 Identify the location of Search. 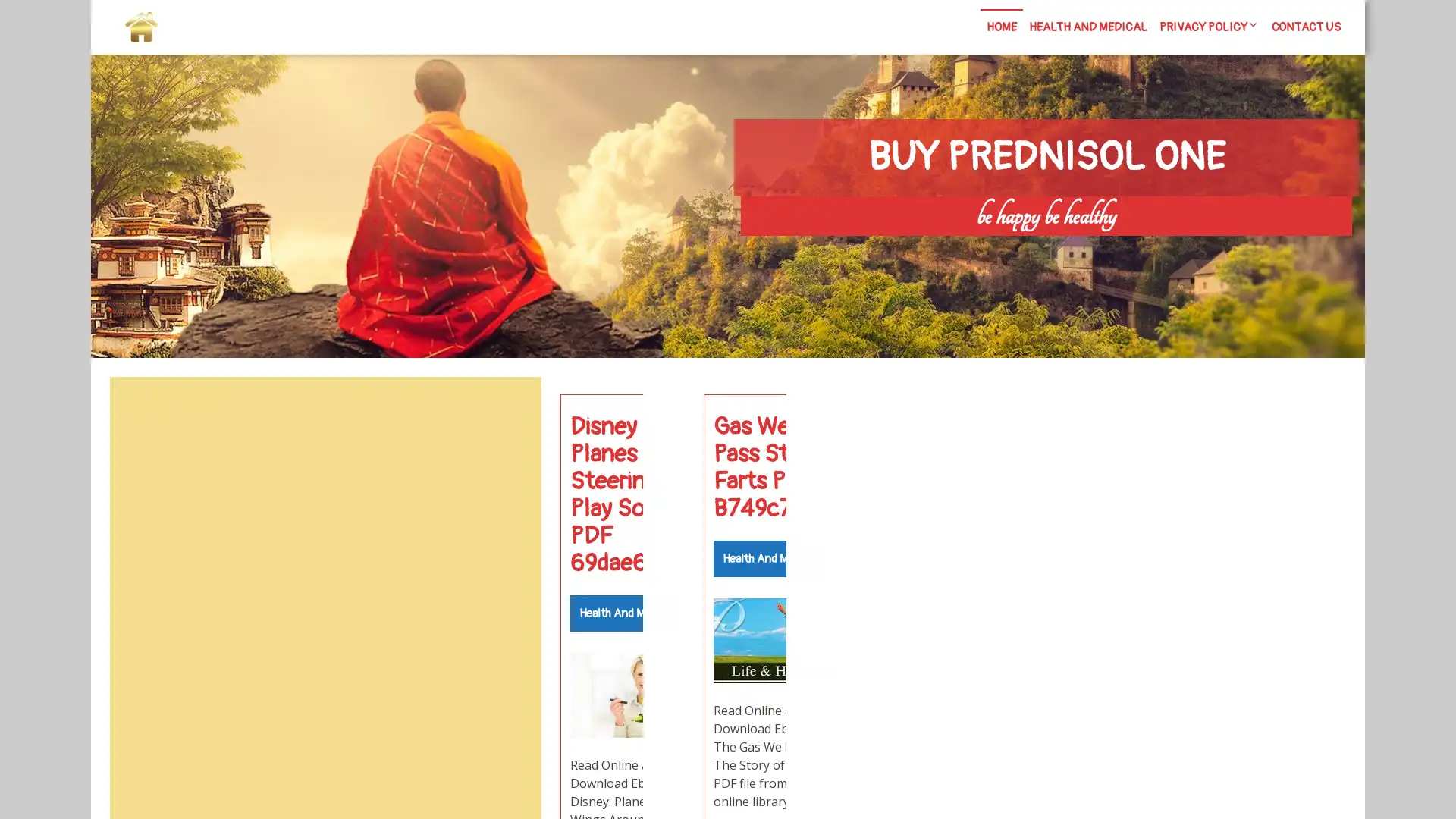
(506, 413).